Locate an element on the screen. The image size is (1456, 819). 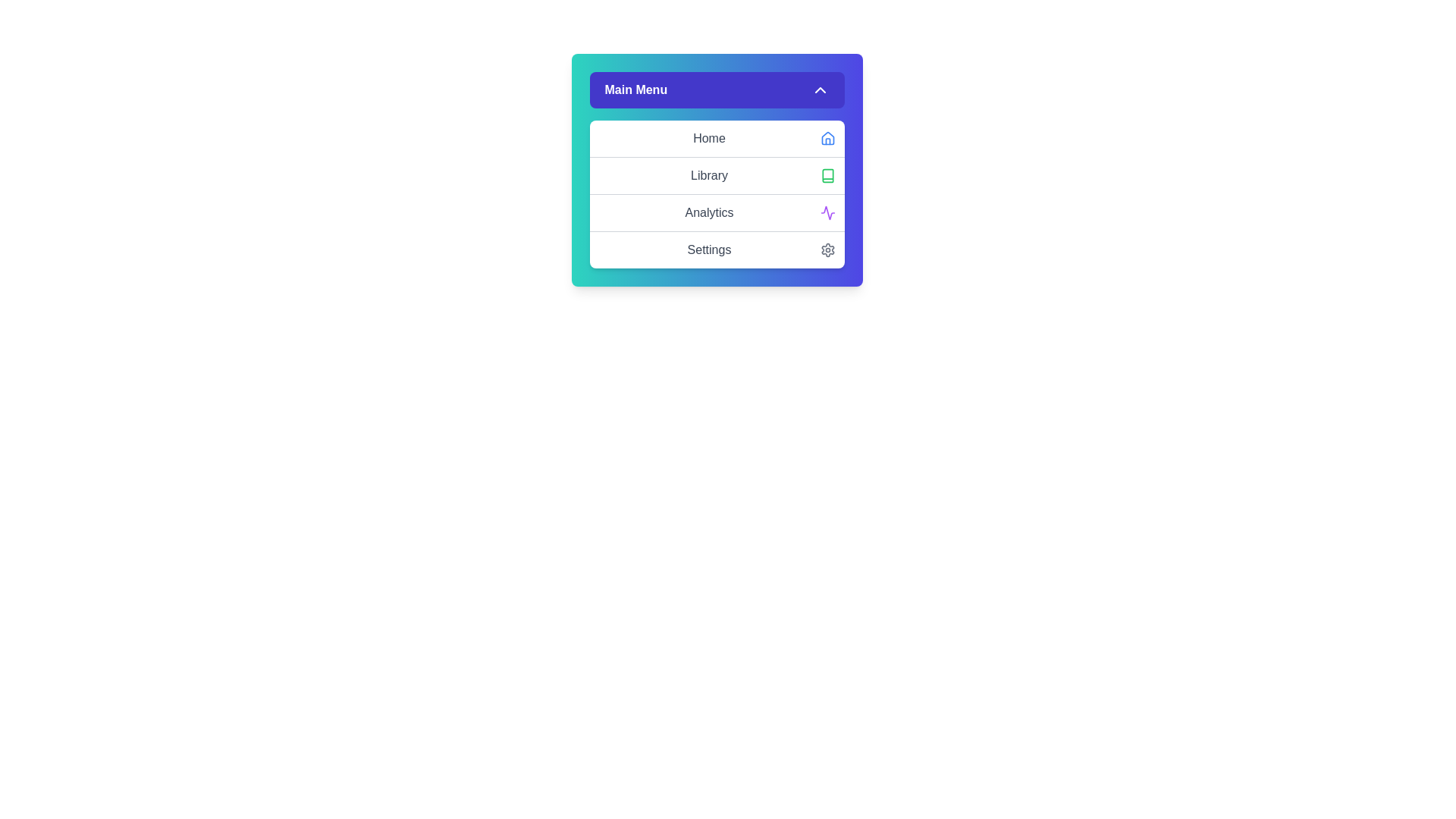
the menu item labeled Library is located at coordinates (716, 174).